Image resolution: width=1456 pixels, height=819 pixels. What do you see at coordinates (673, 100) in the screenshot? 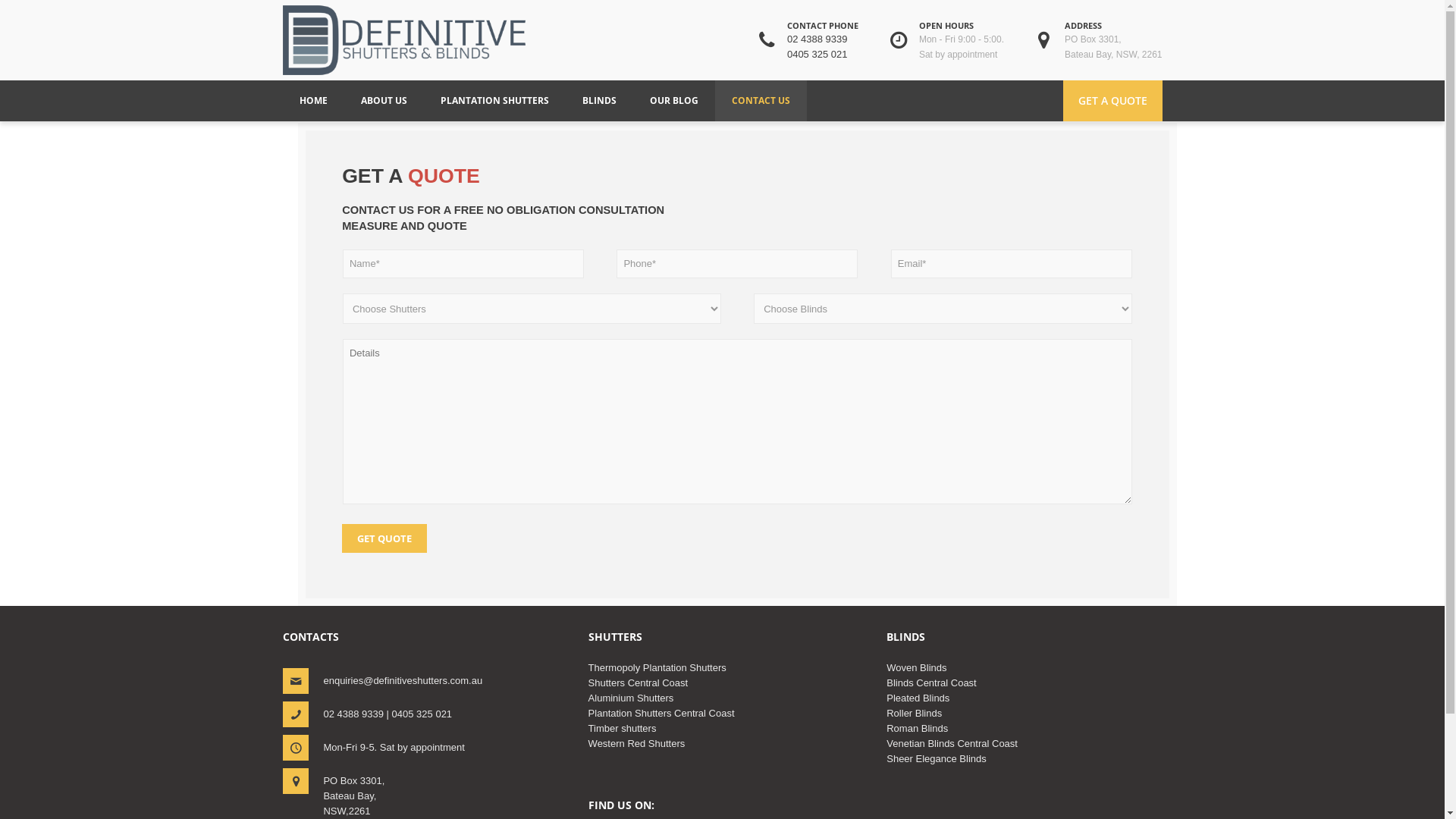
I see `'OUR BLOG'` at bounding box center [673, 100].